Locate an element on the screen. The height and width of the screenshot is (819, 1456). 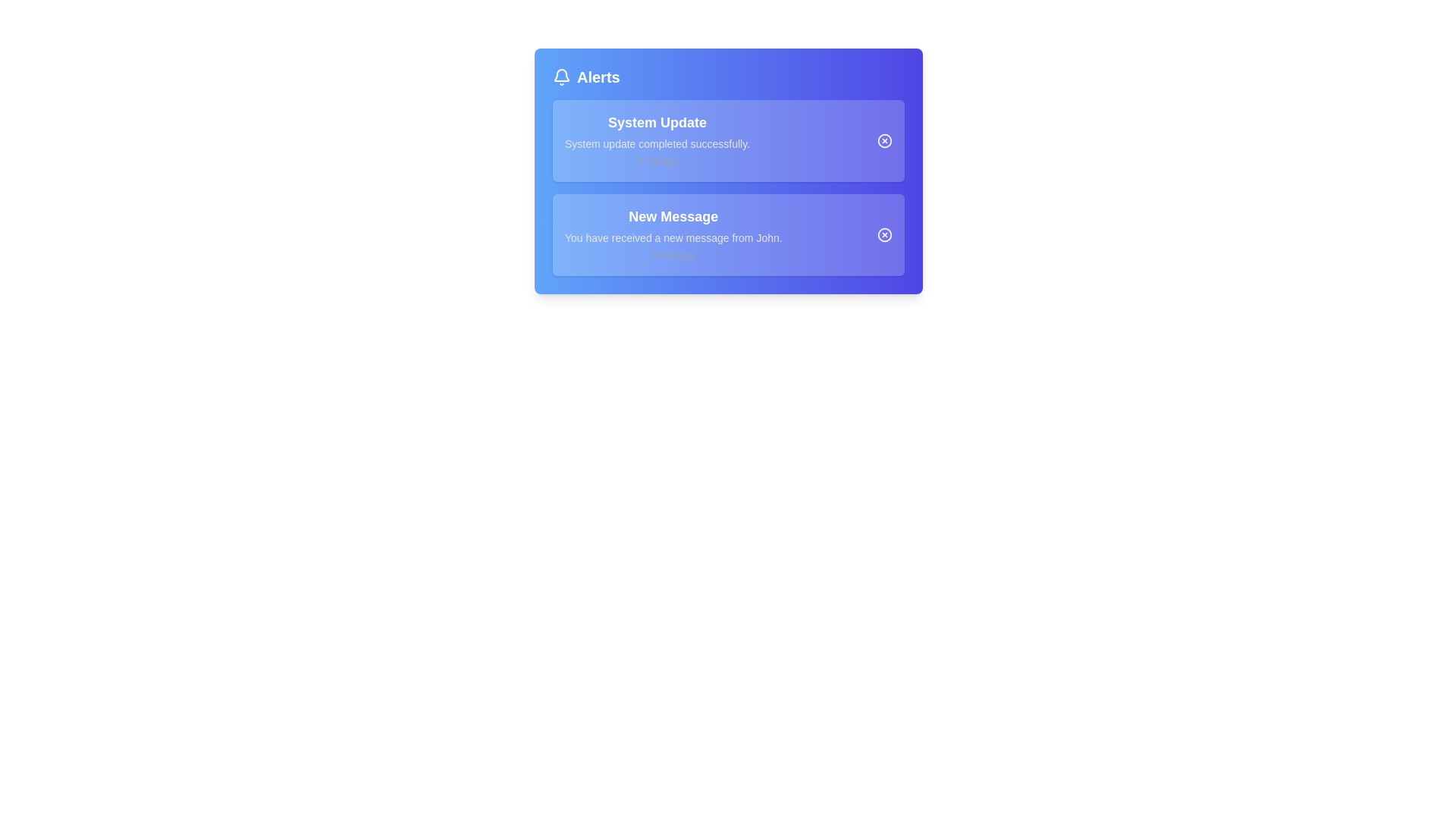
'Alerts' label, which is a bold white text positioned near the top-left corner of the notification panel, serving as an indicator for notifications is located at coordinates (598, 77).